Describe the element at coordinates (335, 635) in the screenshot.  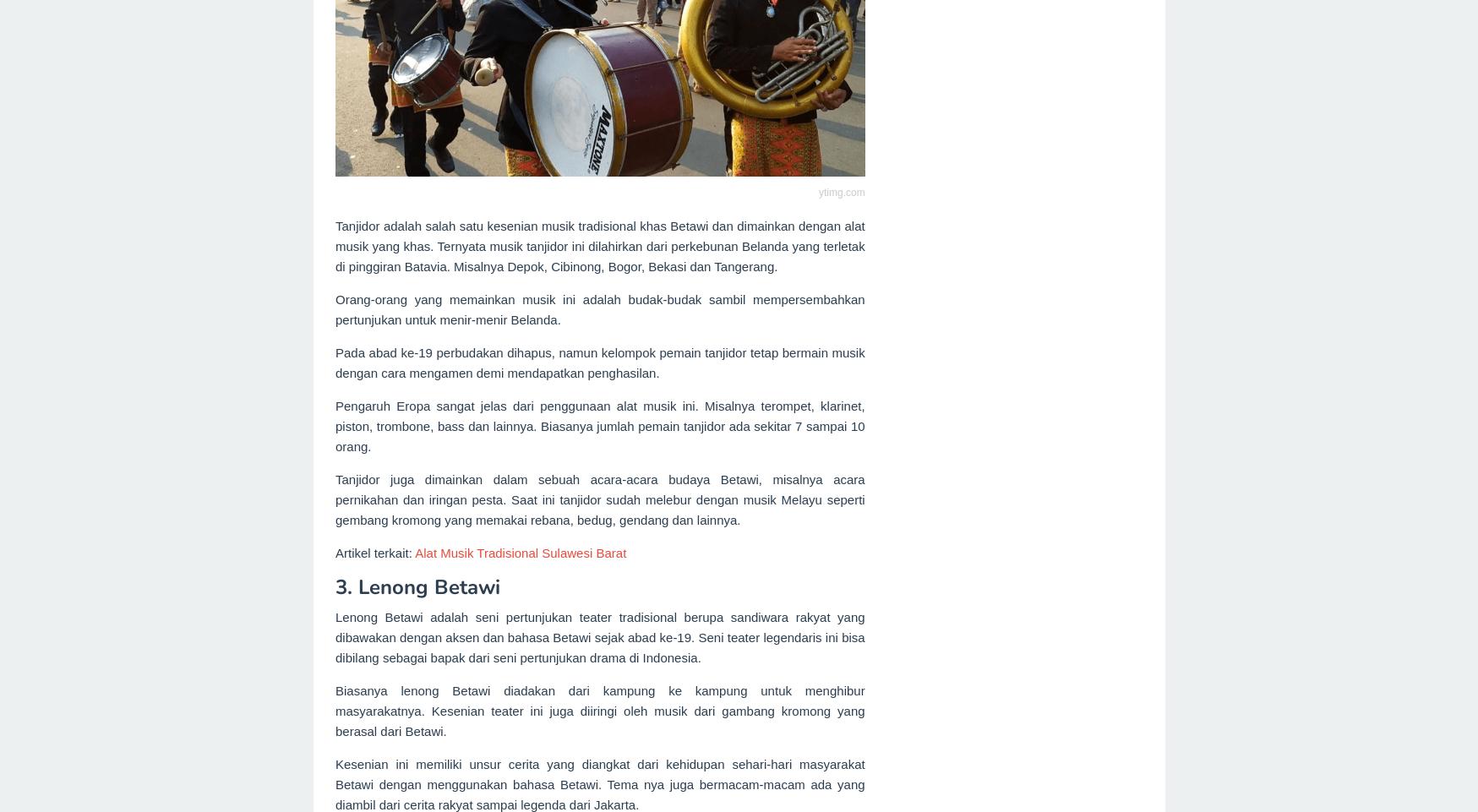
I see `'Lenong Betawi adalah seni pertunjukan teater tradisional berupa sandiwara rakyat yang dibawakan dengan aksen dan bahasa Betawi sejak abad ke-19. Seni teater legendaris ini bisa dibilang sebagai bapak dari seni pertunjukan drama di Indonesia.'` at that location.